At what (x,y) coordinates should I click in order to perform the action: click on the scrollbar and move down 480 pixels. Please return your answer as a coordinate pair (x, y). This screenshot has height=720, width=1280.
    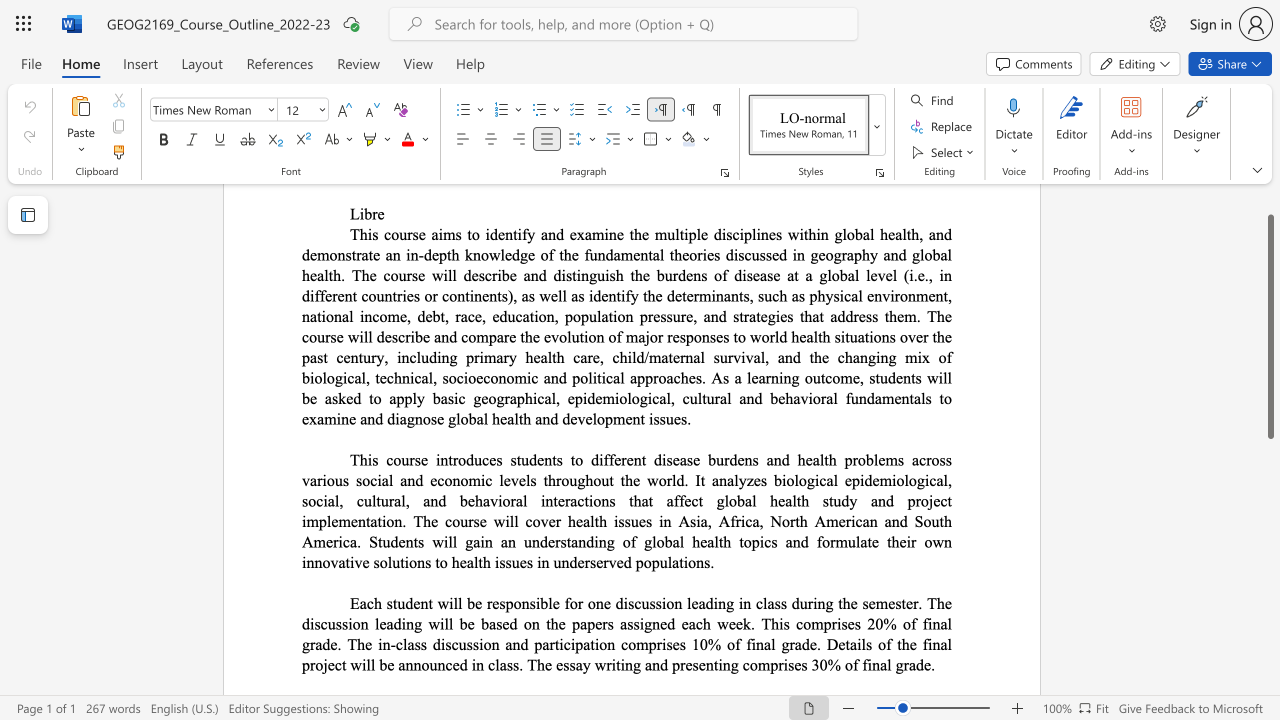
    Looking at the image, I should click on (1269, 325).